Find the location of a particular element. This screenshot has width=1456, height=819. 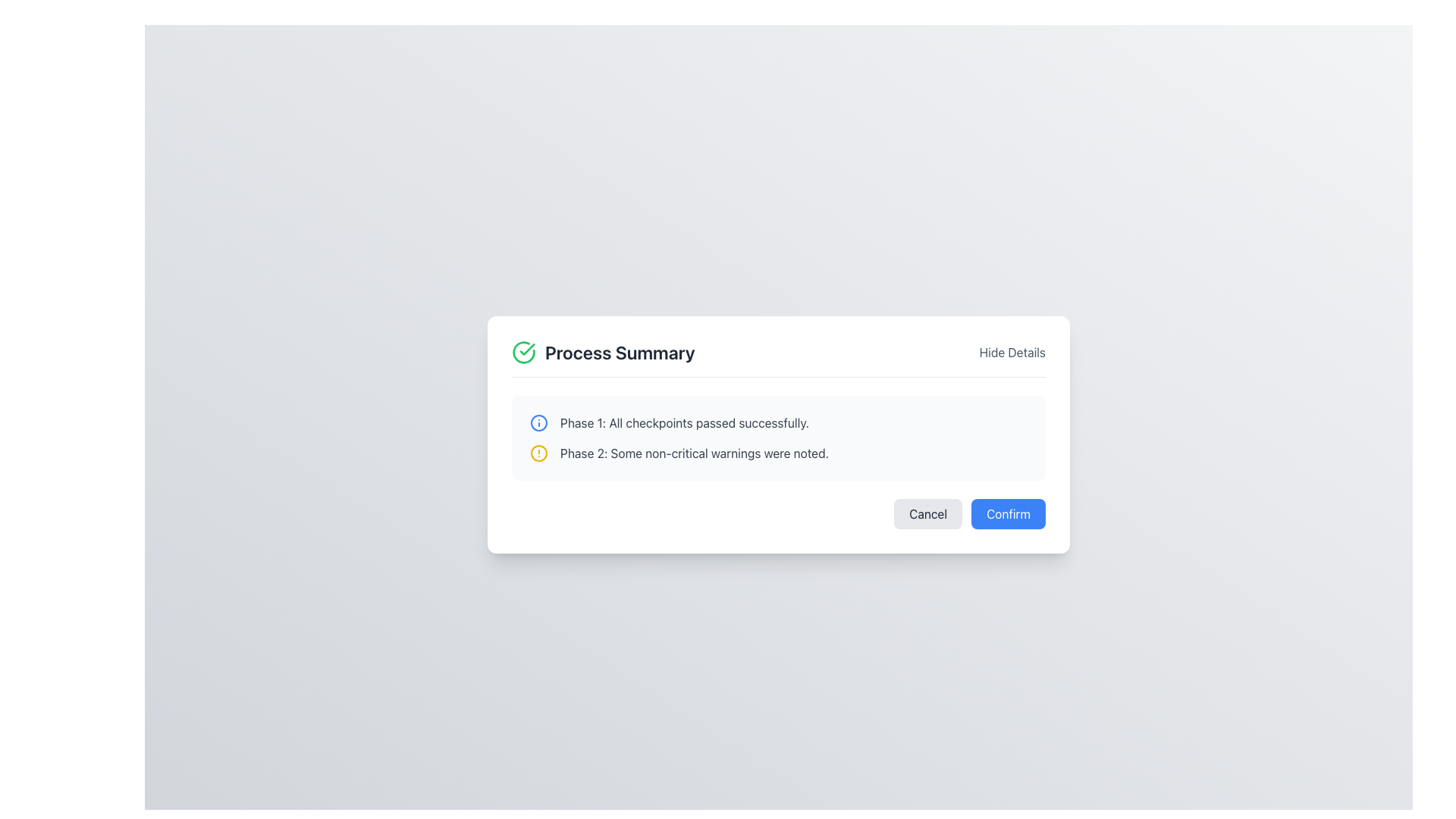

the warning notification icon located to the left of the text 'Phase 2: Some non-critical warnings were noted.' is located at coordinates (538, 452).